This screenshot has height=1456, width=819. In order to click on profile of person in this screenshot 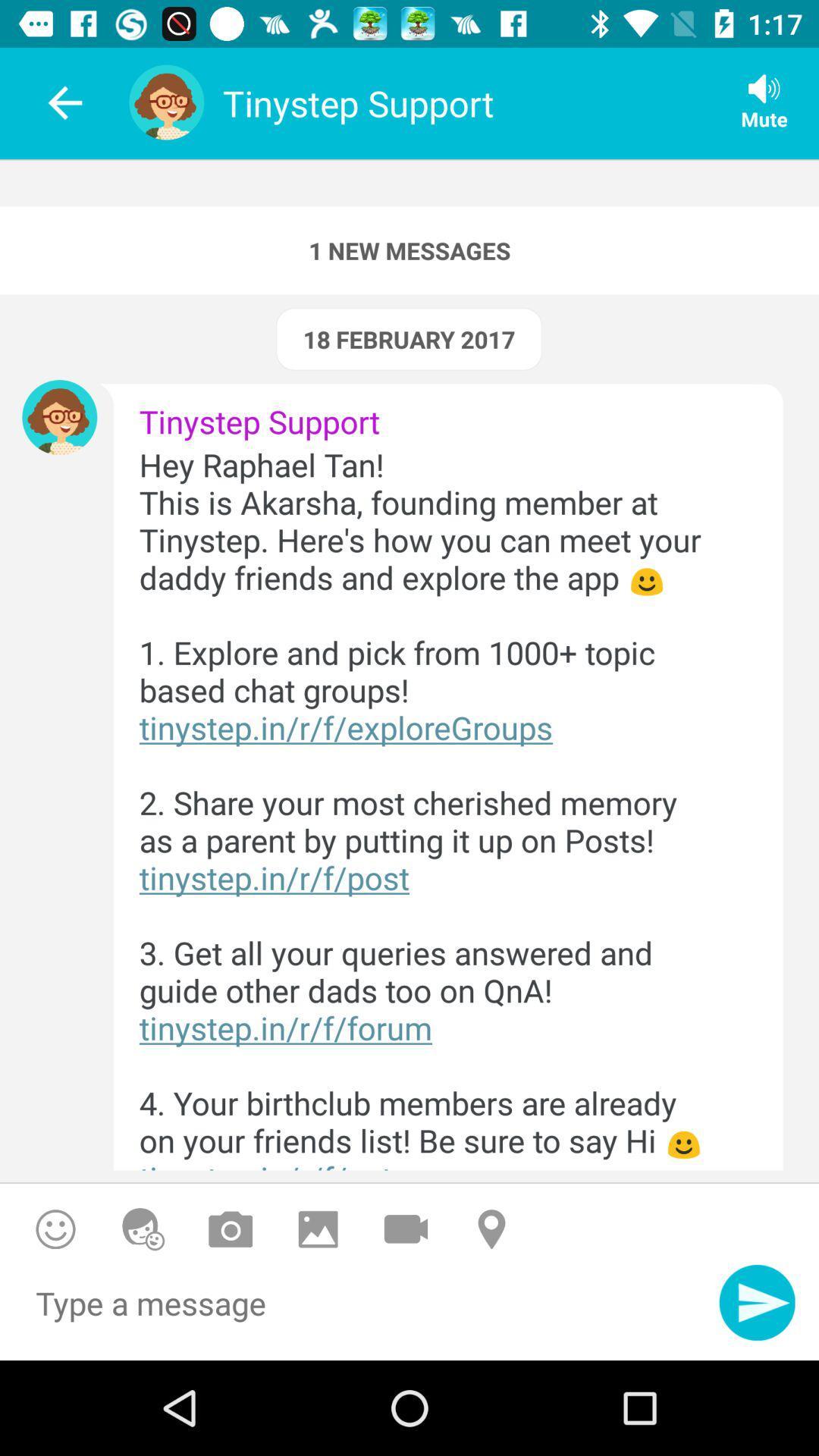, I will do `click(58, 417)`.